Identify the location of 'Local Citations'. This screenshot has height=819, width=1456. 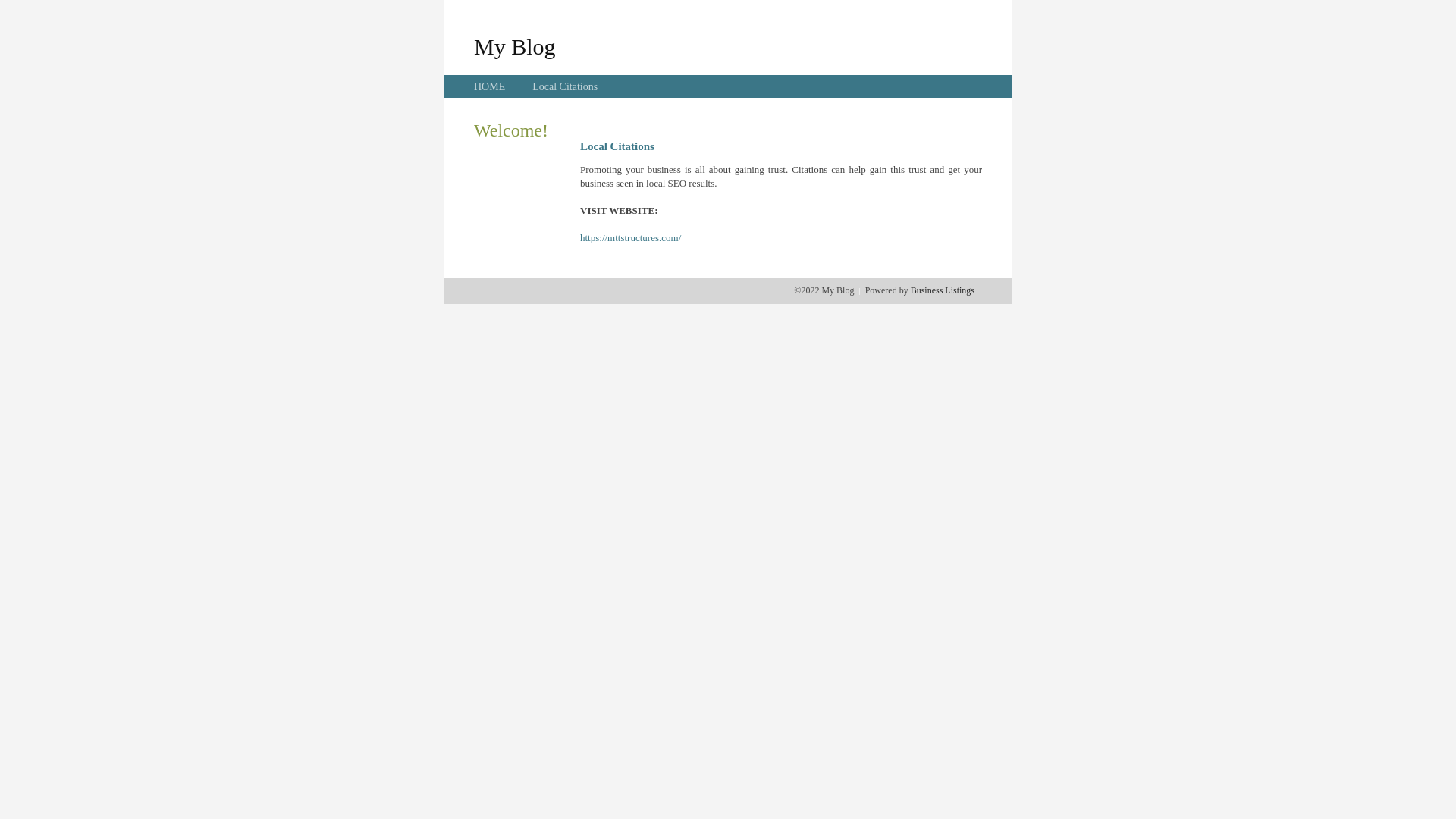
(563, 86).